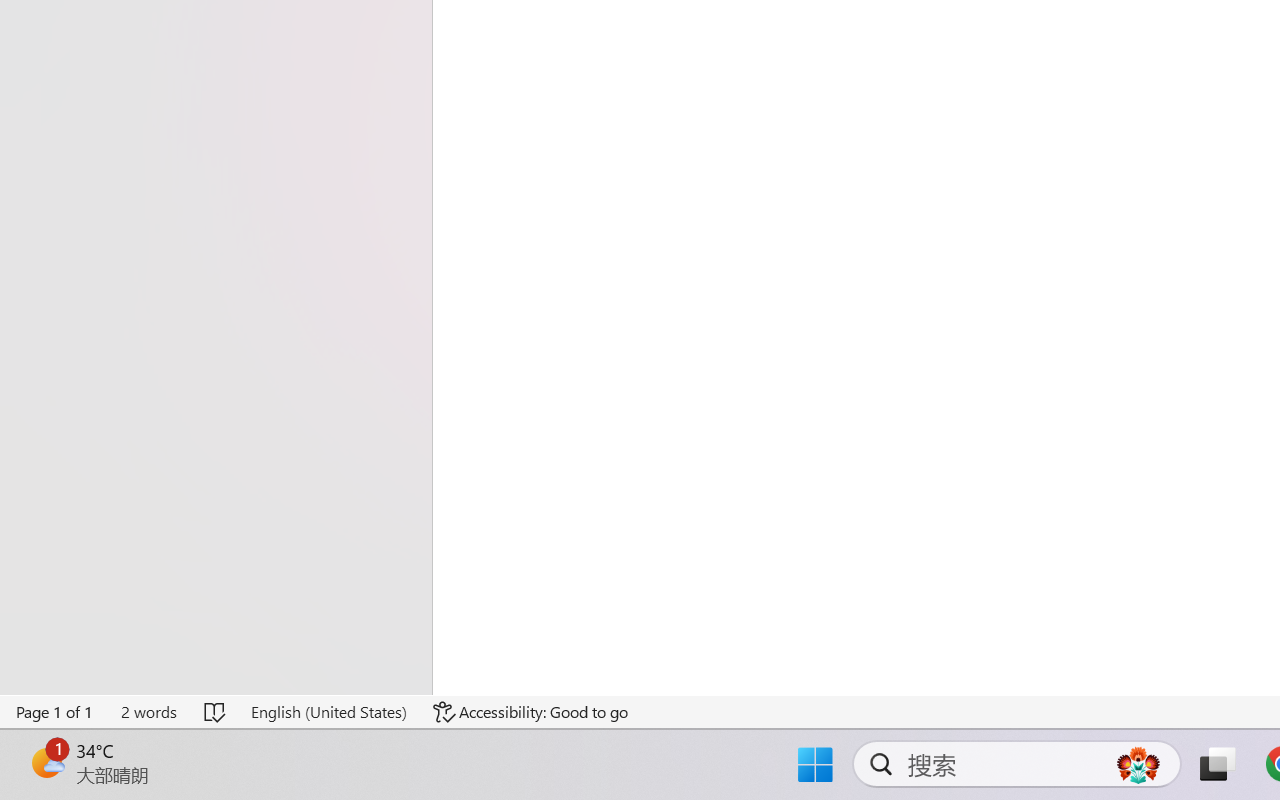 Image resolution: width=1280 pixels, height=800 pixels. I want to click on 'Spelling and Grammar Check No Errors', so click(216, 711).